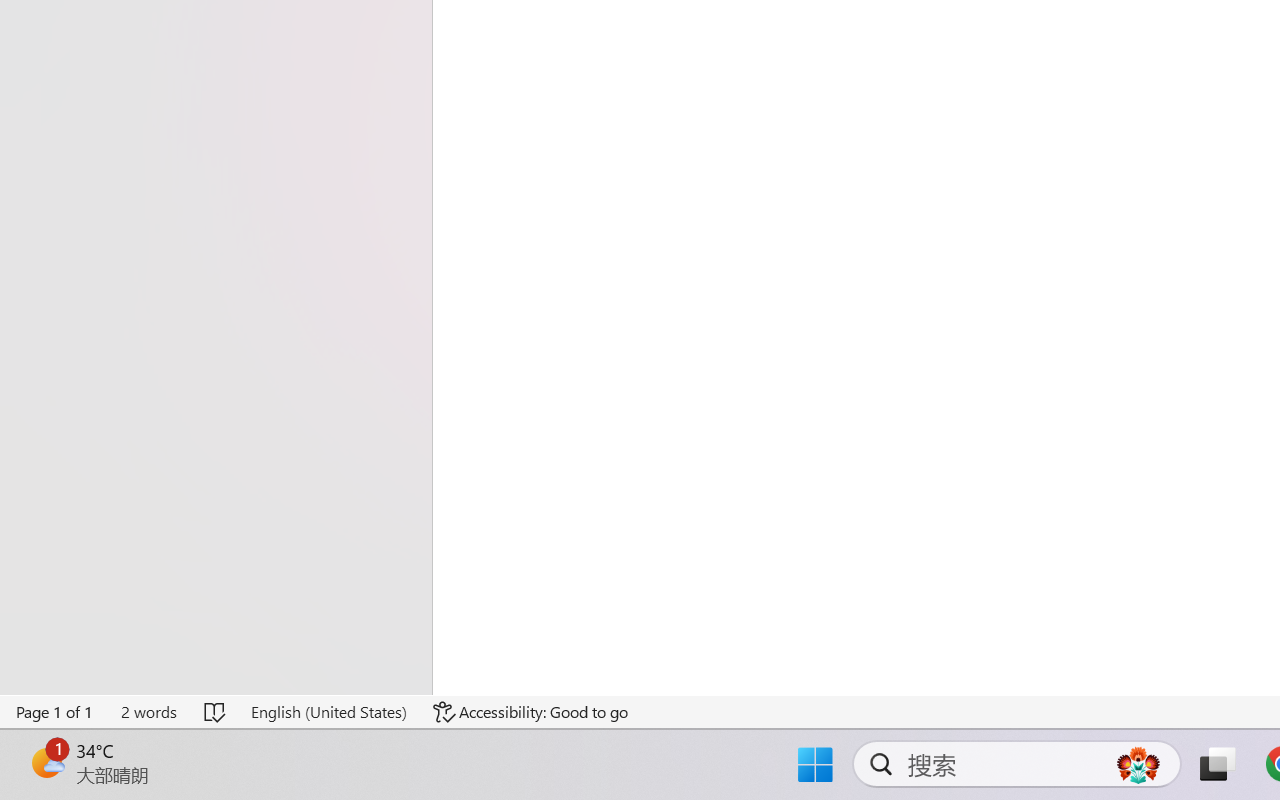 Image resolution: width=1280 pixels, height=800 pixels. I want to click on 'Spelling and Grammar Check No Errors', so click(216, 711).